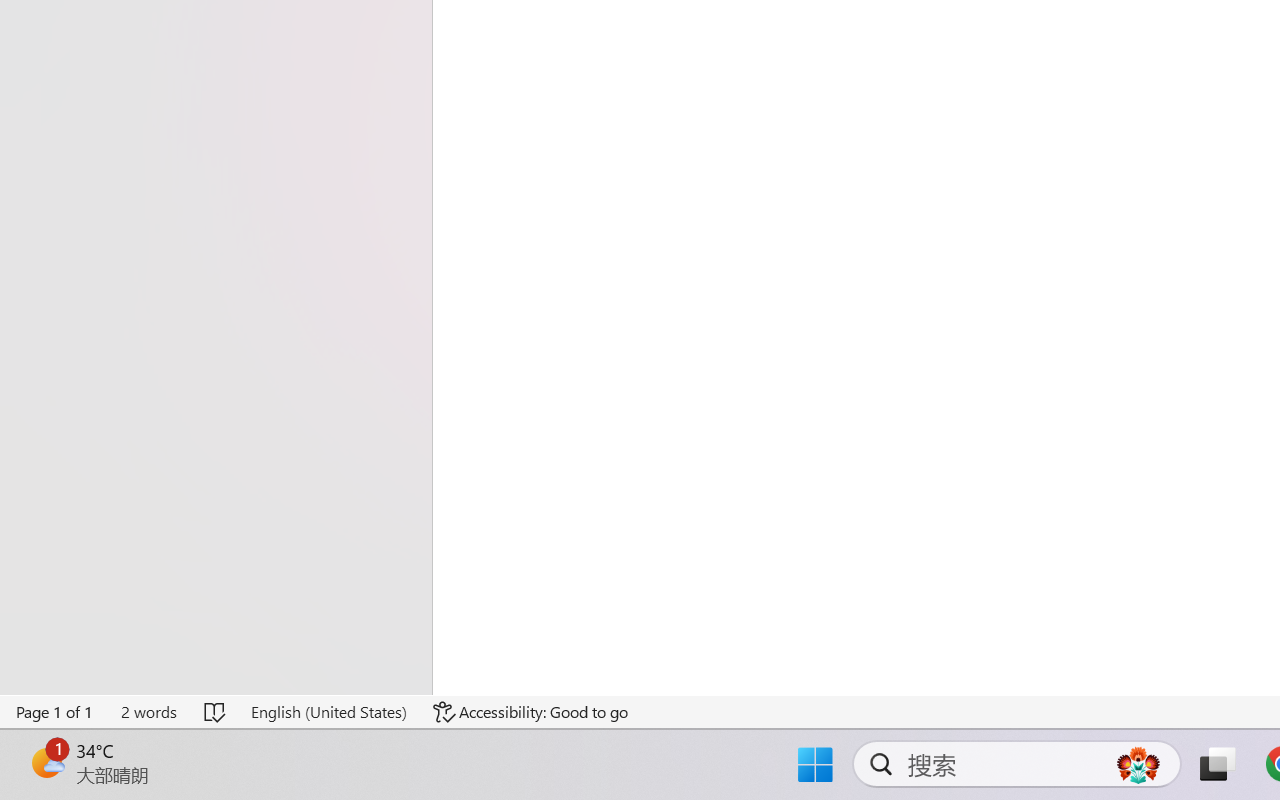 Image resolution: width=1280 pixels, height=800 pixels. I want to click on 'Spelling and Grammar Check No Errors', so click(216, 711).